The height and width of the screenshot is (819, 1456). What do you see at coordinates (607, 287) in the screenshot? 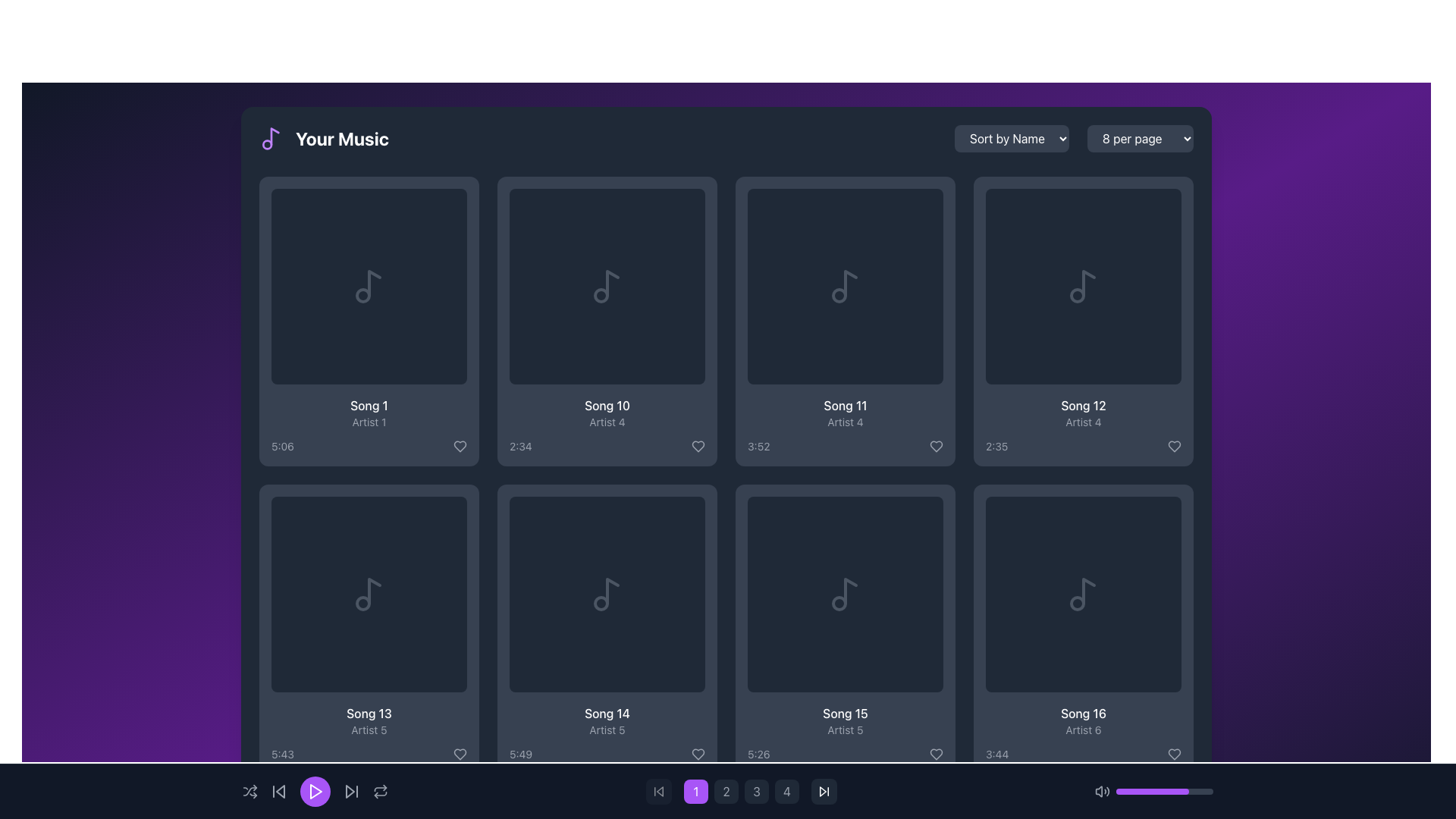
I see `the Image placeholder for the song 'Song 10' by 'Artist 4'` at bounding box center [607, 287].